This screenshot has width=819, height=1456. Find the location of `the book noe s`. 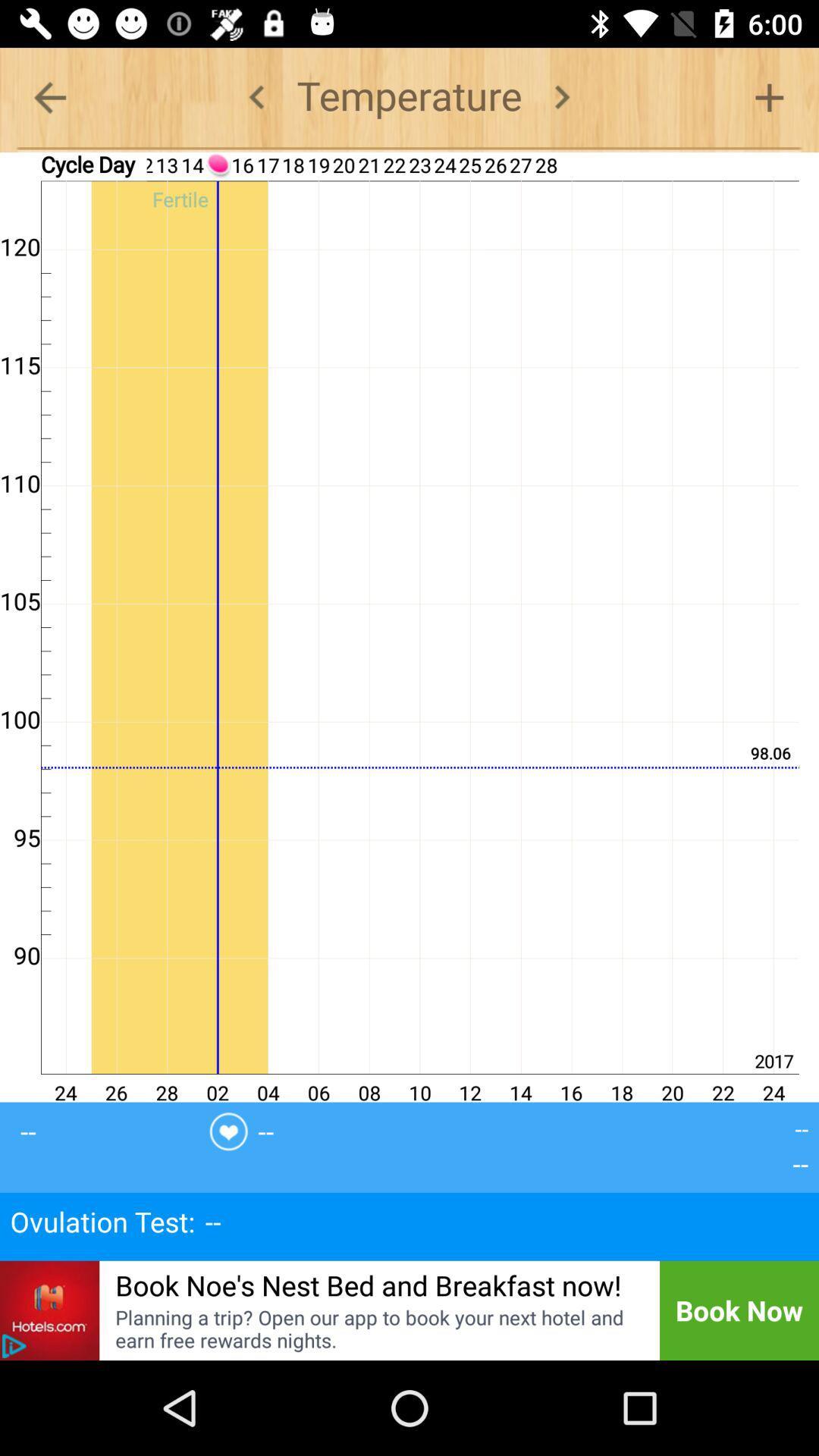

the book noe s is located at coordinates (369, 1284).